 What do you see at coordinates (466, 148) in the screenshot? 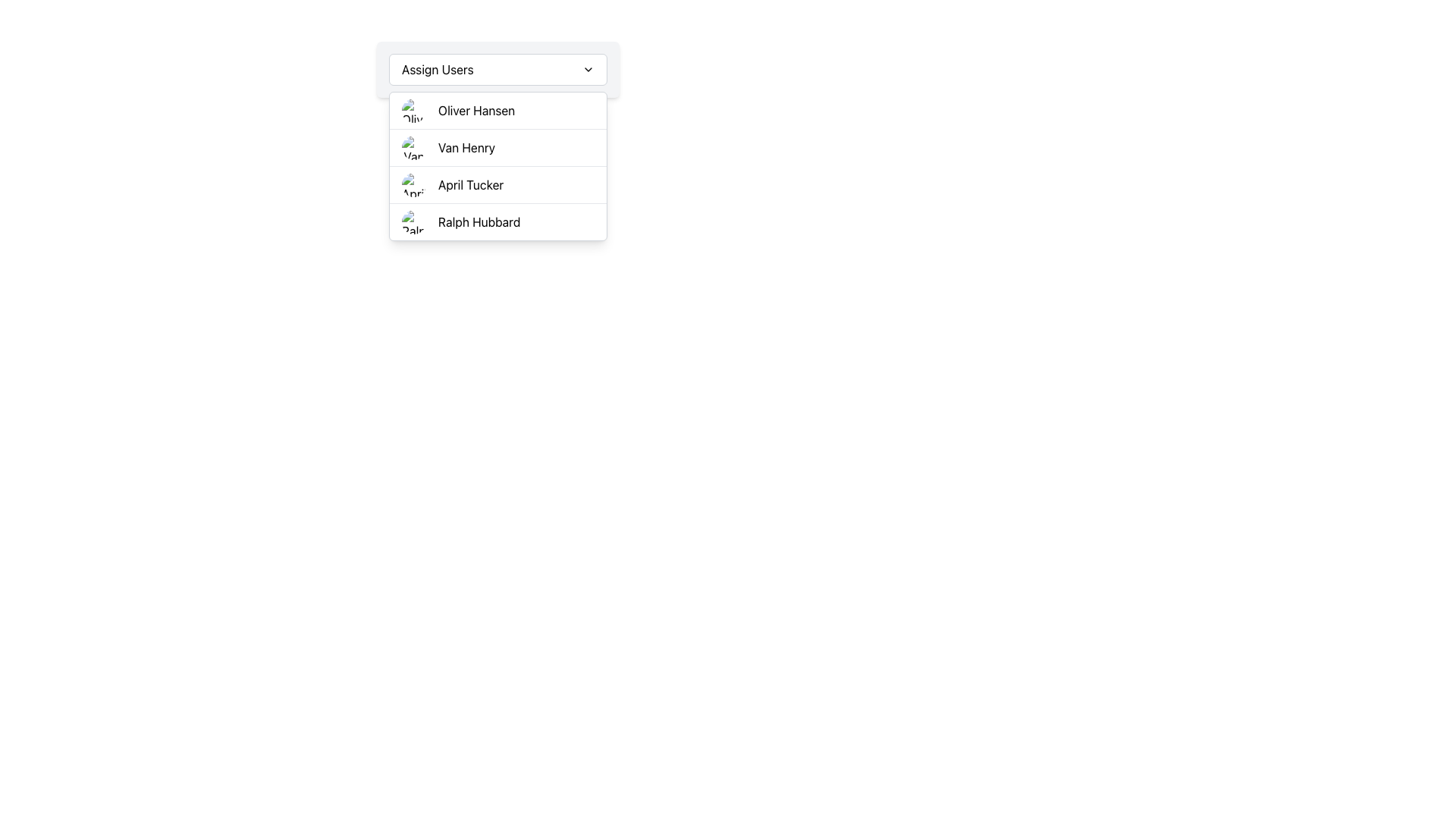
I see `the text label displaying 'Van Henry' in the dropdown list` at bounding box center [466, 148].